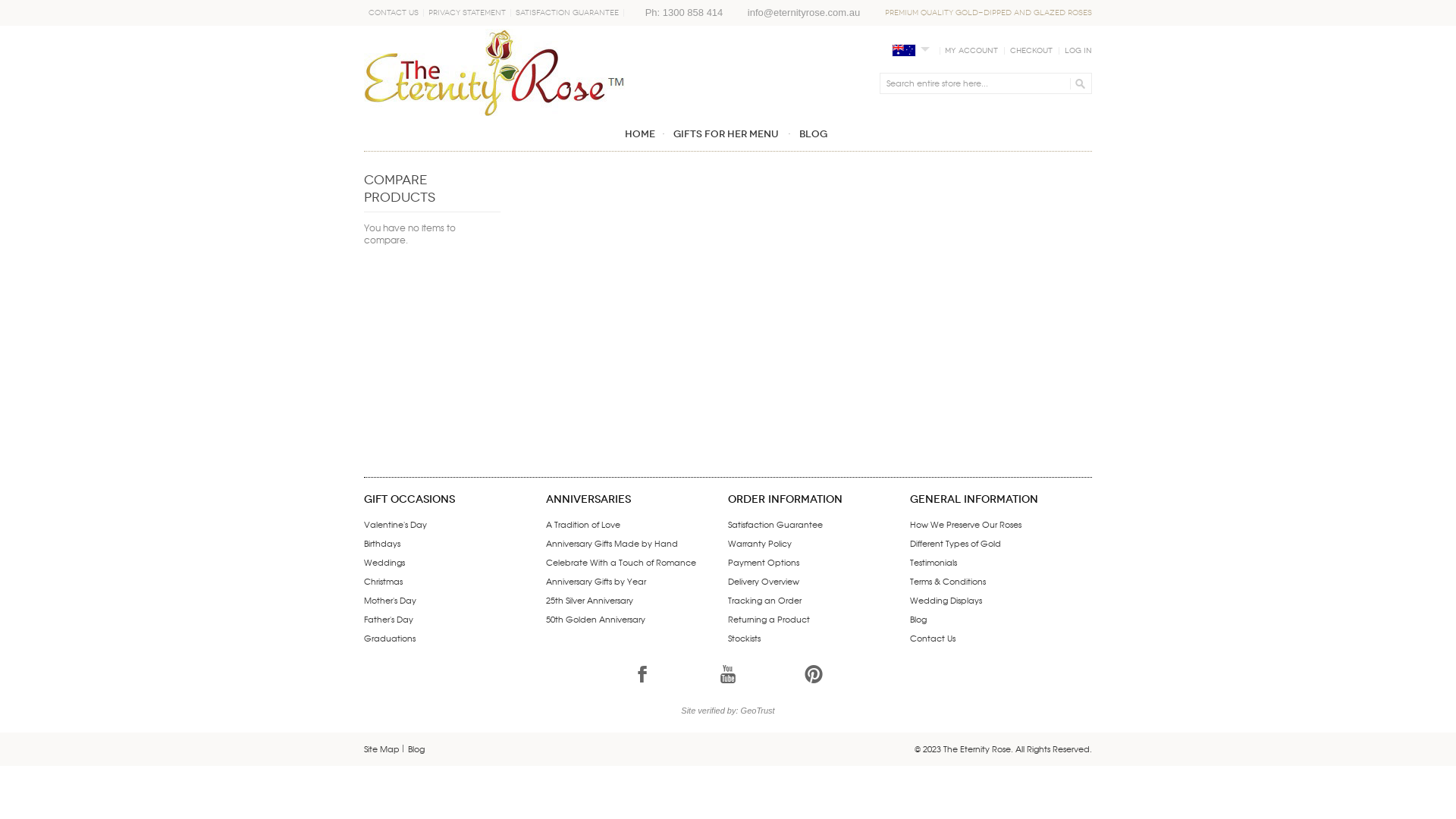 Image resolution: width=1456 pixels, height=819 pixels. I want to click on 'Contact Us', so click(931, 638).